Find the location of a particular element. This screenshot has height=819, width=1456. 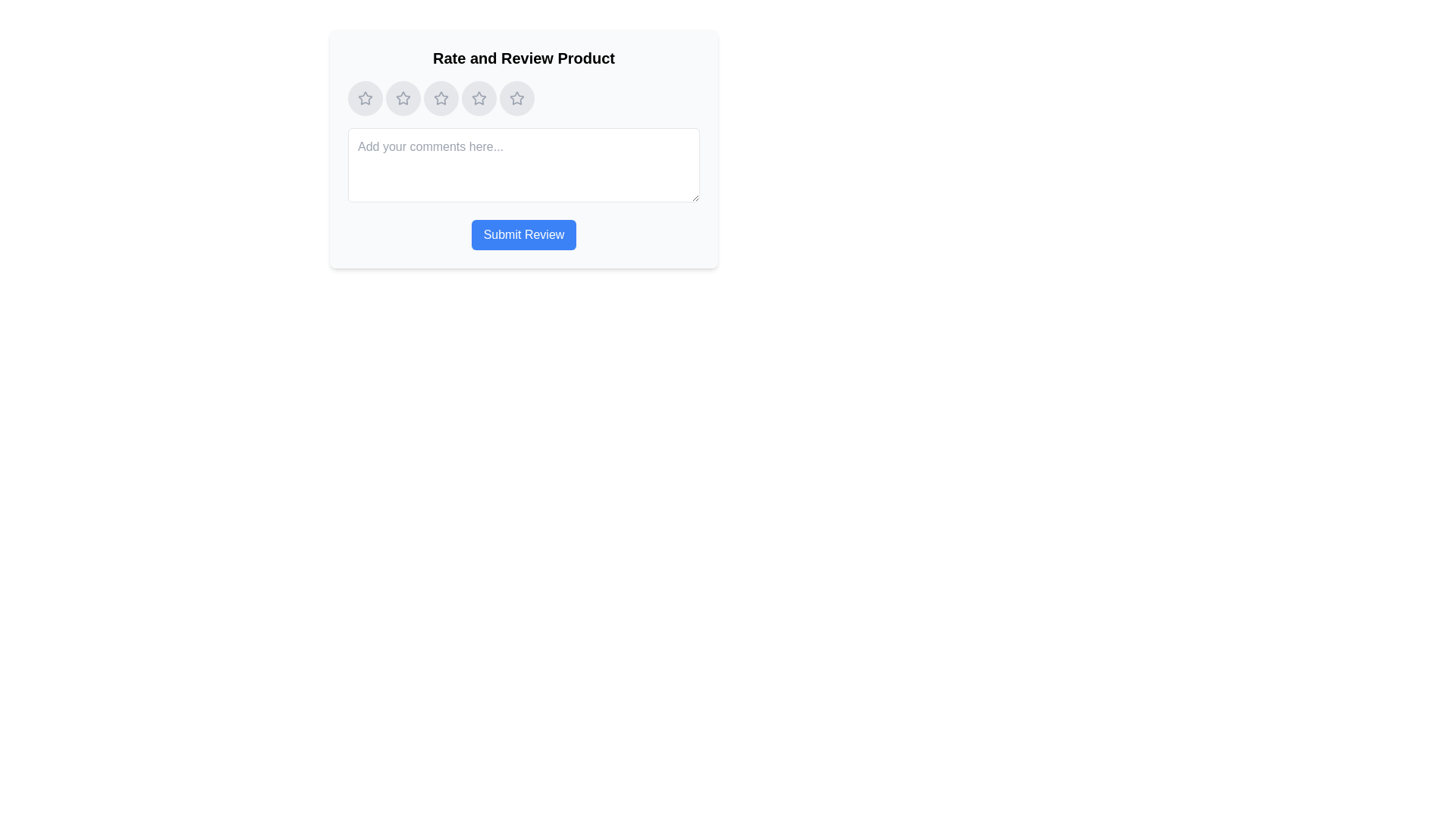

the third star button in the rating system is located at coordinates (440, 99).